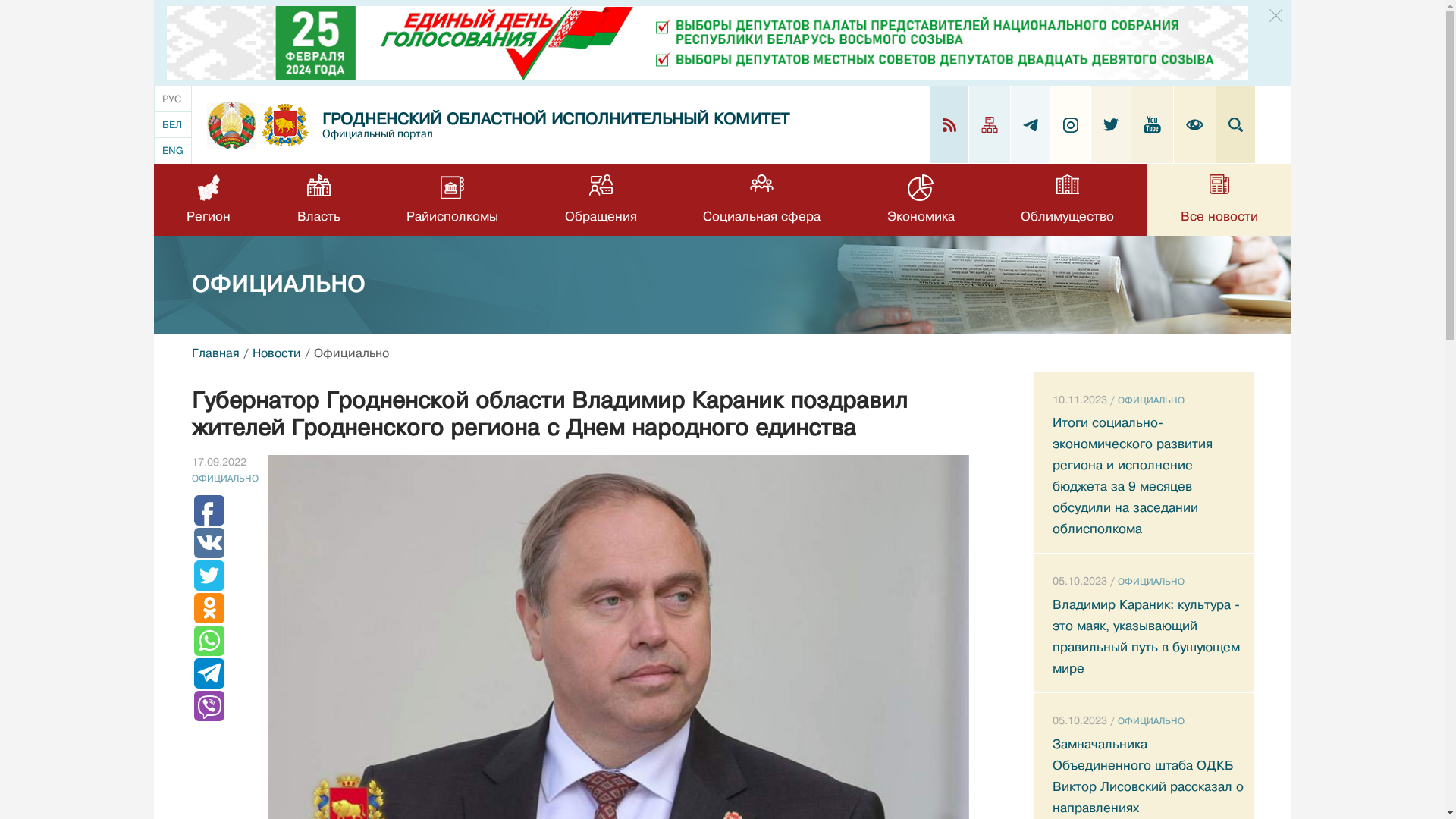 The image size is (1456, 819). What do you see at coordinates (1153, 124) in the screenshot?
I see `'Youtube'` at bounding box center [1153, 124].